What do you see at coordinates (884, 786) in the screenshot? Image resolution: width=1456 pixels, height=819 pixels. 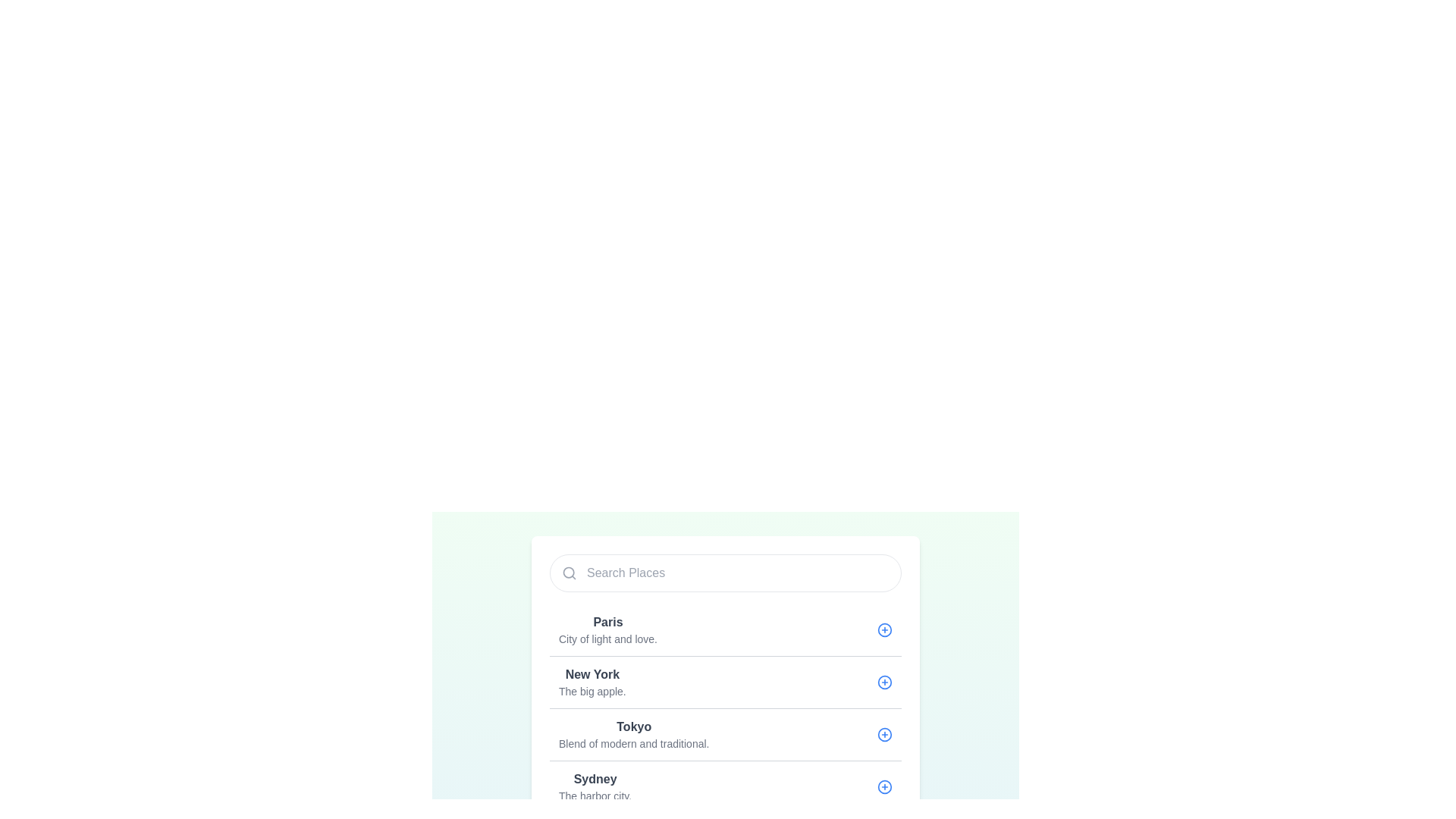 I see `the outer circular component of the '+' icon associated with the listing for 'Sydney' at the bottom of the visible list area` at bounding box center [884, 786].